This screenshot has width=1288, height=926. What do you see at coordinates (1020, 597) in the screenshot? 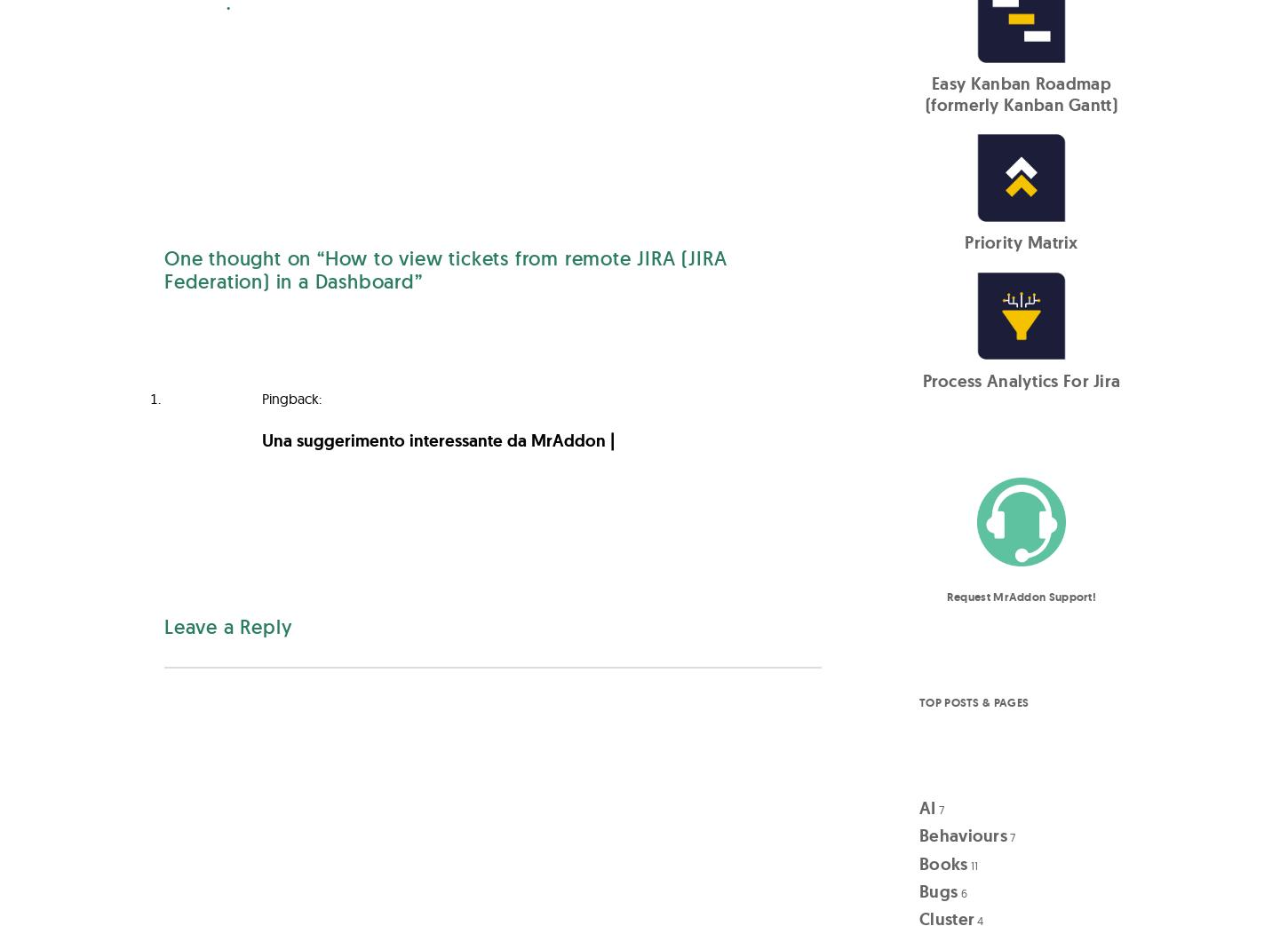
I see `'Request MrAddon Support!'` at bounding box center [1020, 597].